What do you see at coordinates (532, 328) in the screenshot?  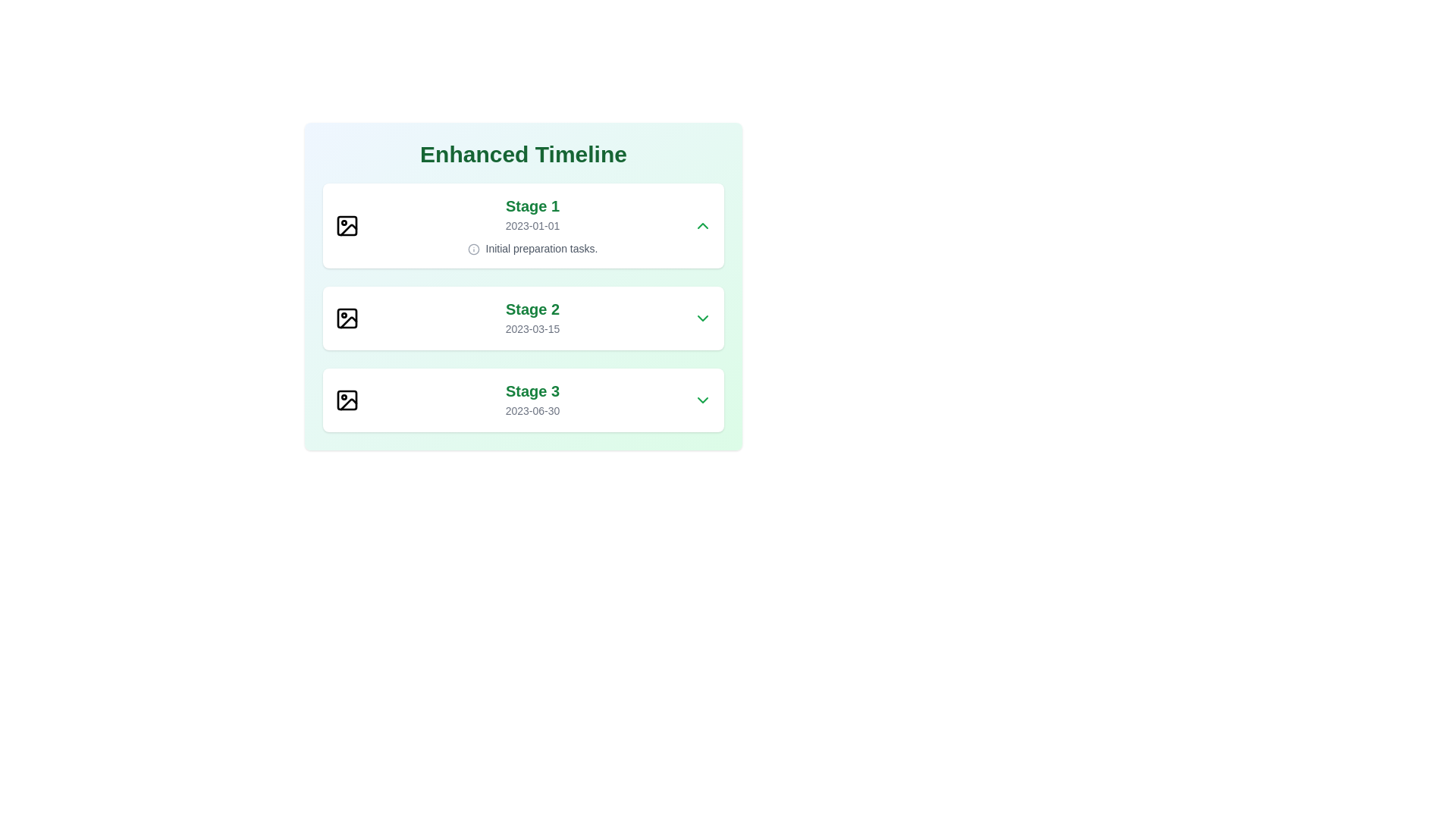 I see `the timestamp text associated with the 'Stage 2' timeline phase` at bounding box center [532, 328].